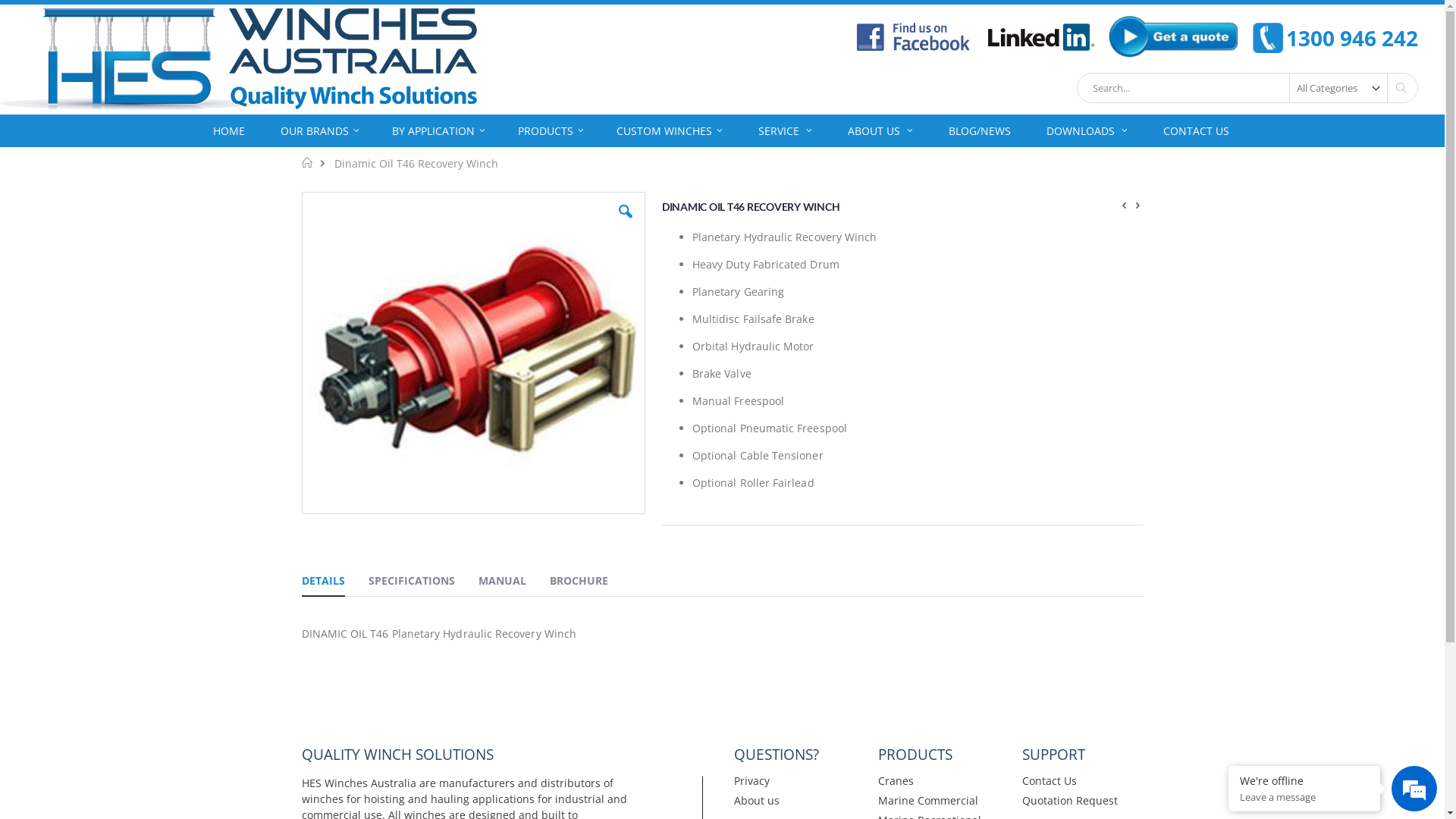 The image size is (1456, 819). Describe the element at coordinates (319, 130) in the screenshot. I see `'OUR BRANDS'` at that location.